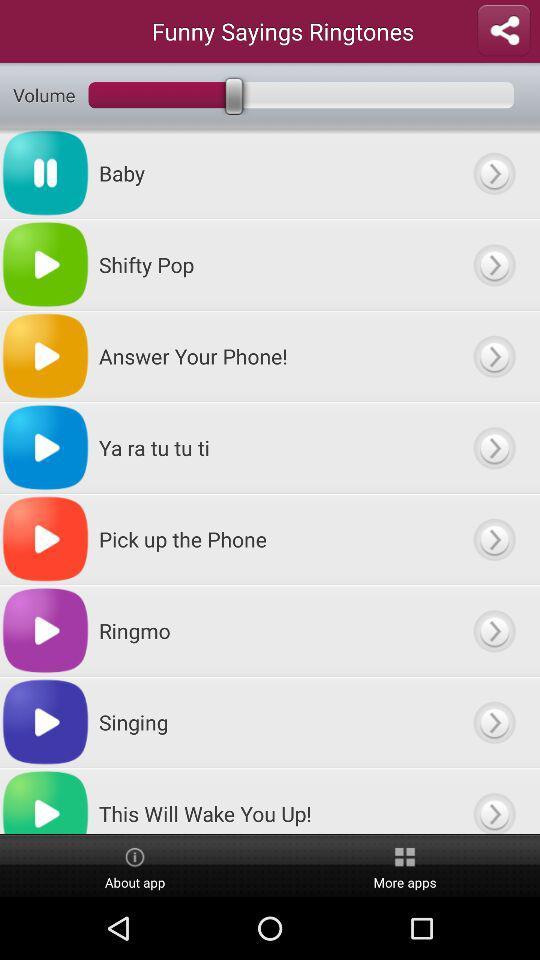  Describe the element at coordinates (493, 629) in the screenshot. I see `ringmo link` at that location.